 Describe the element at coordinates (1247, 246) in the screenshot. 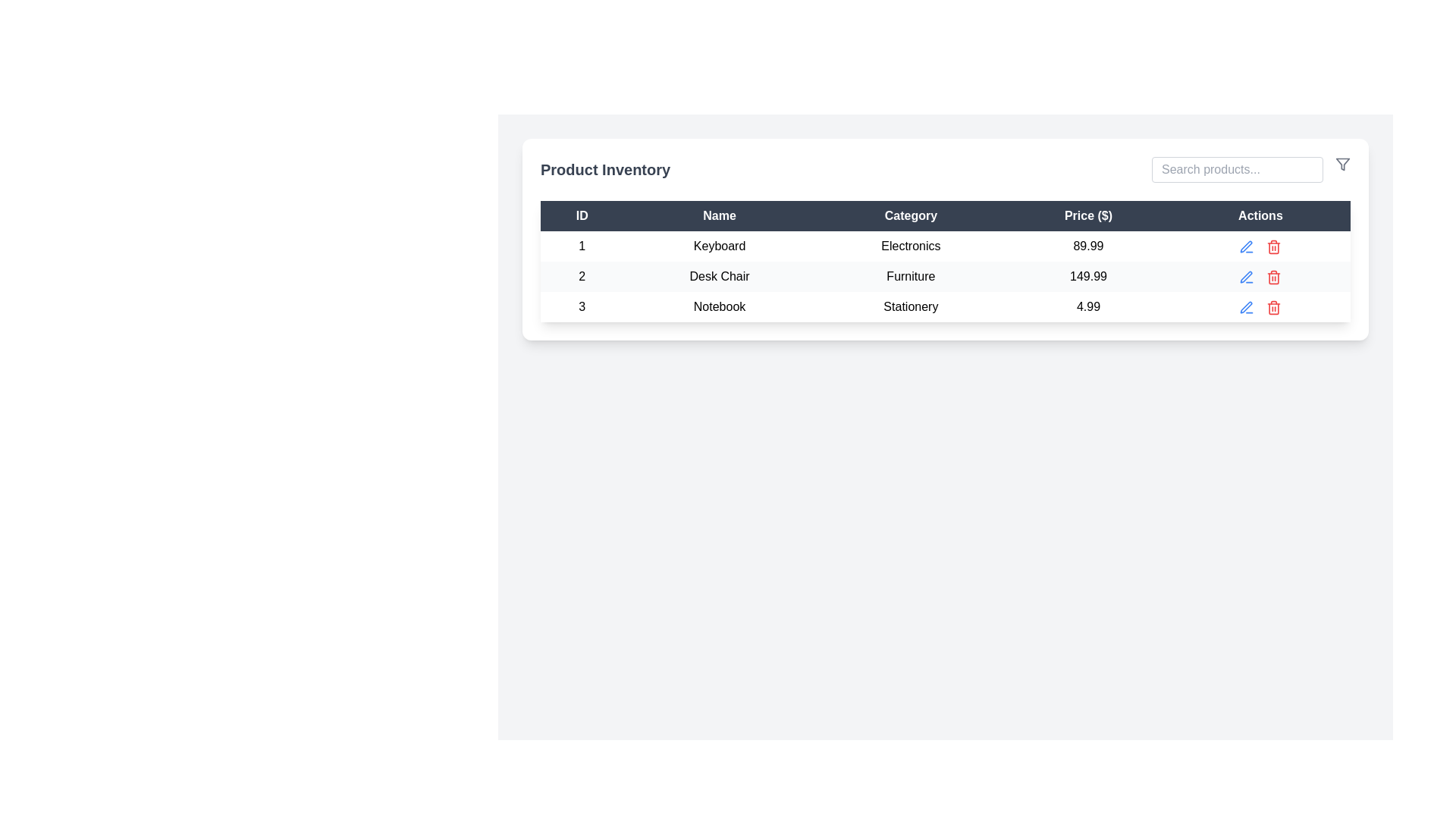

I see `the edit icon, which is a pen shape located in the Actions column next to the Desk Chair entry` at that location.